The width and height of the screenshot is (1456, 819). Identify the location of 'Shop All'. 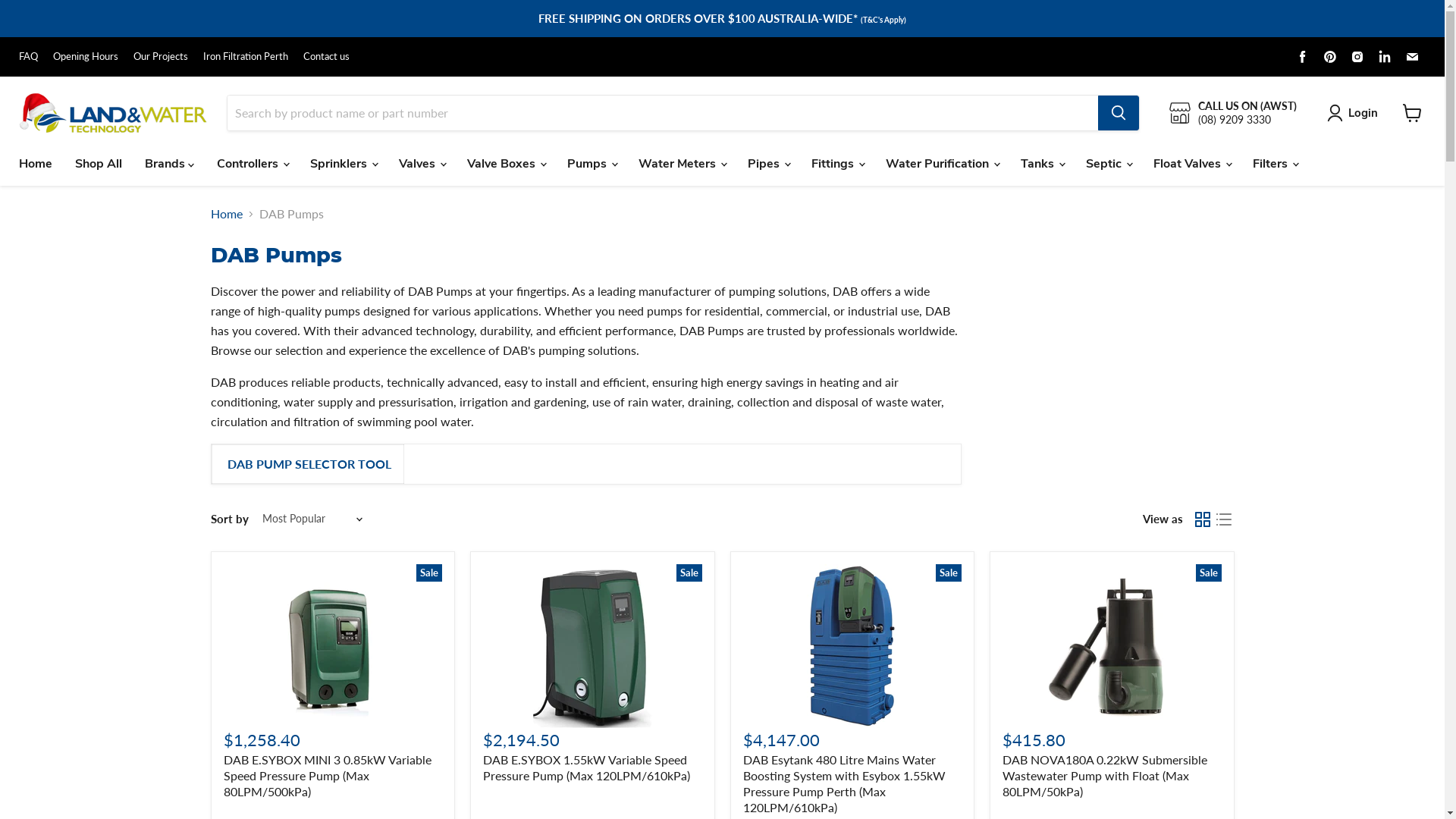
(97, 164).